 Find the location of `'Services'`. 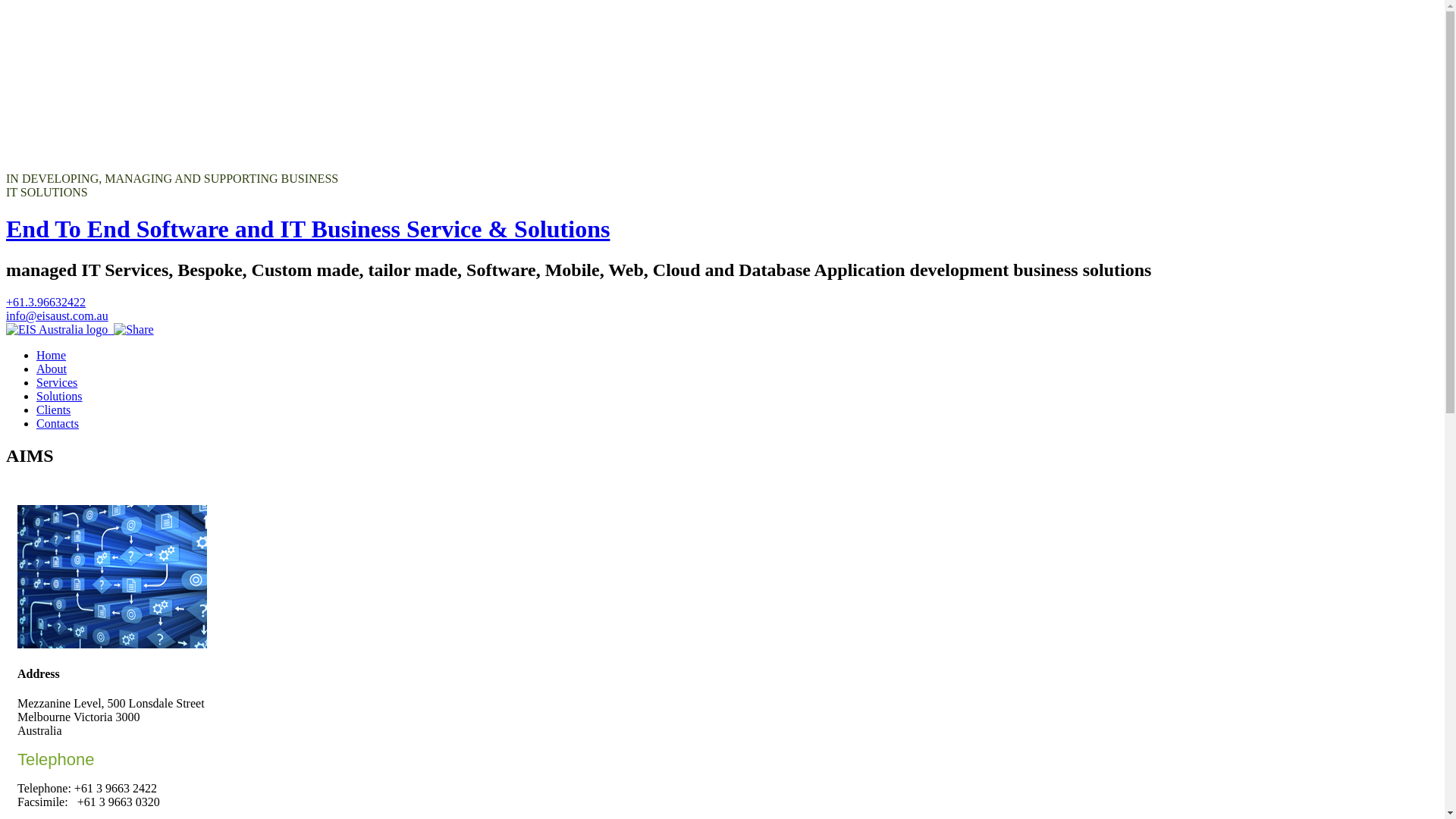

'Services' is located at coordinates (36, 381).